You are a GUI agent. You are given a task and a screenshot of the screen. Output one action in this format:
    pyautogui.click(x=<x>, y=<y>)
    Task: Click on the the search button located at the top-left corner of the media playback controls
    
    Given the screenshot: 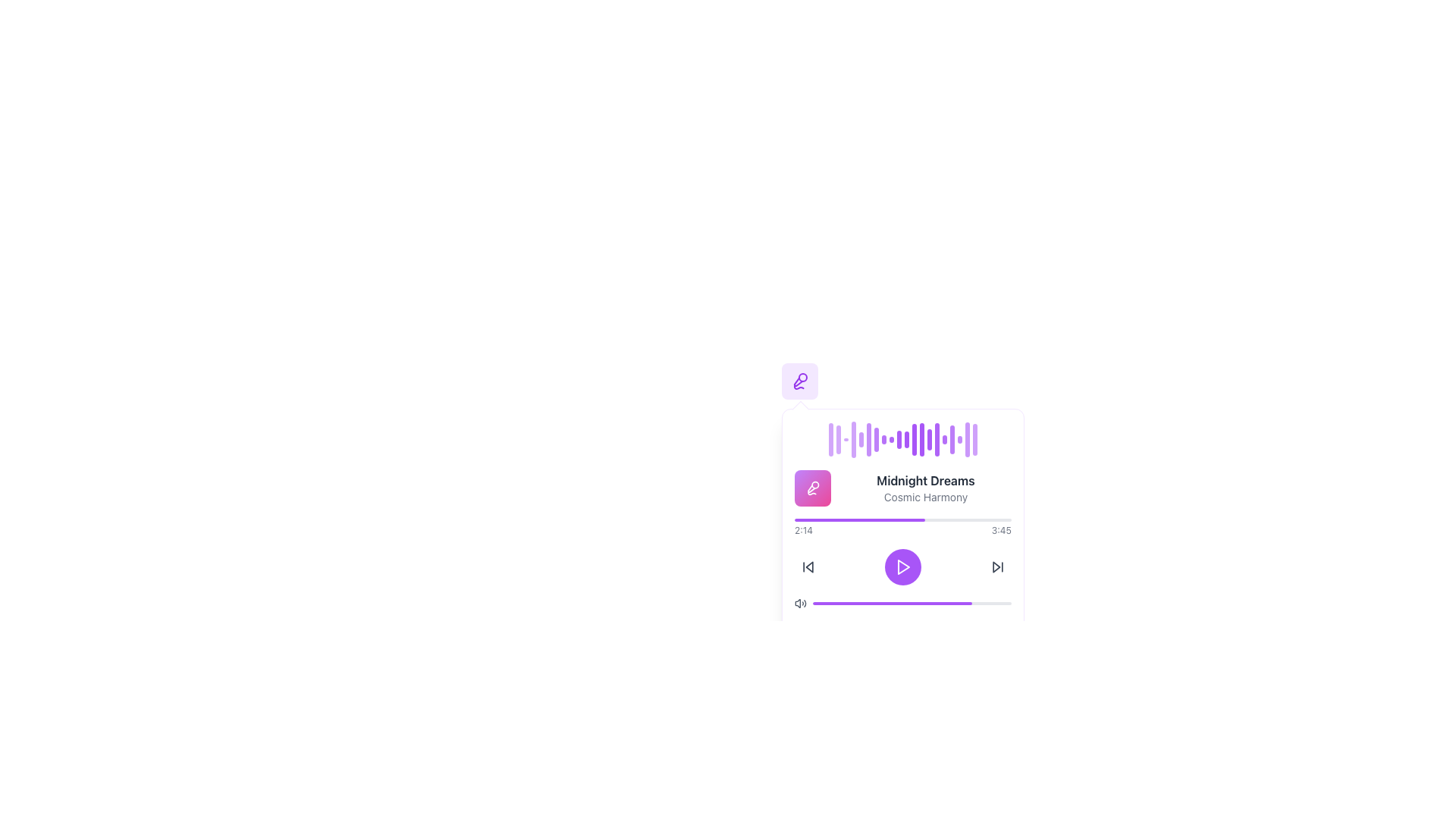 What is the action you would take?
    pyautogui.click(x=799, y=380)
    